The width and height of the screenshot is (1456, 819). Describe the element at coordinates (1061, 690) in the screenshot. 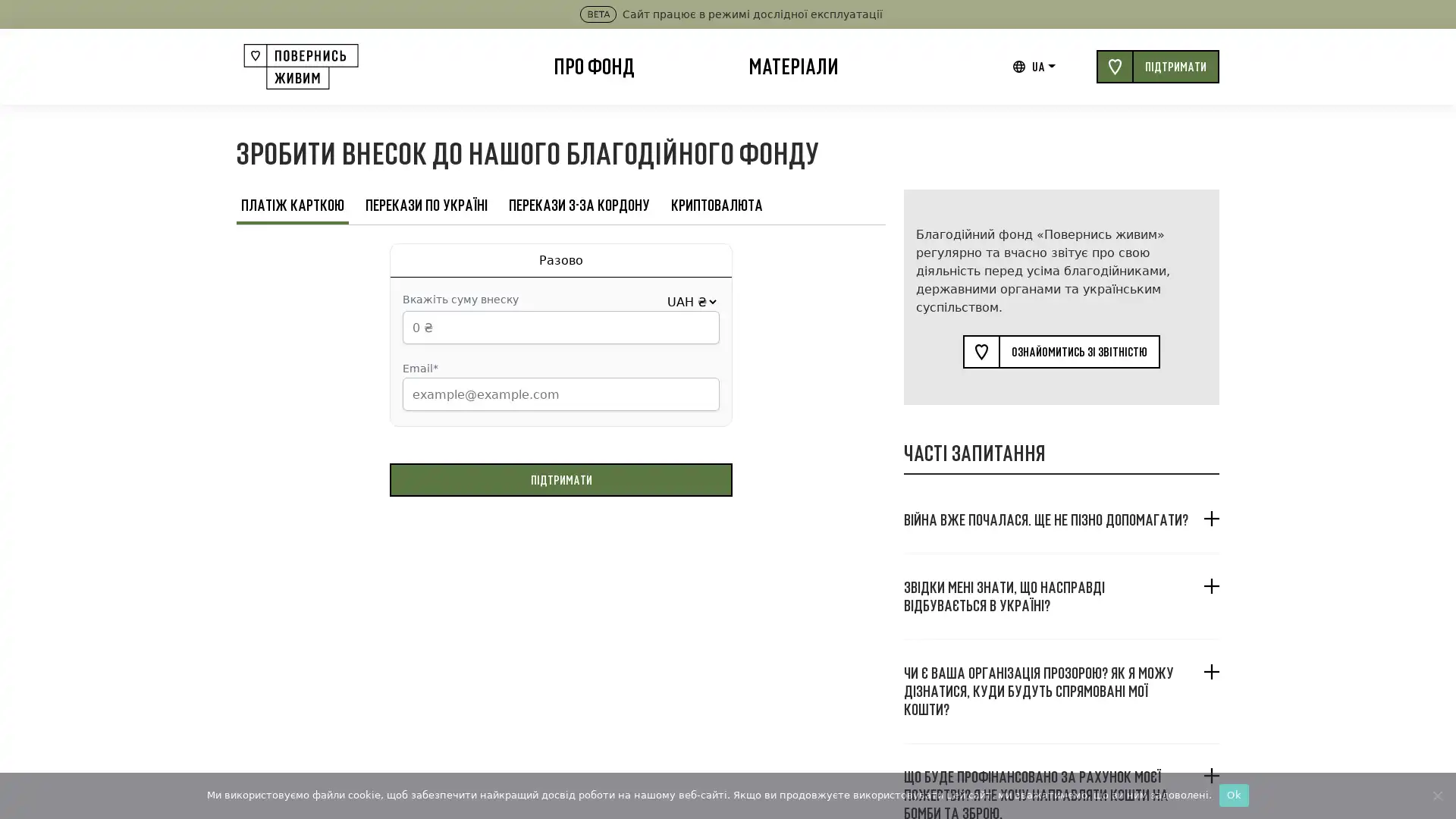

I see `?    ,     ?` at that location.